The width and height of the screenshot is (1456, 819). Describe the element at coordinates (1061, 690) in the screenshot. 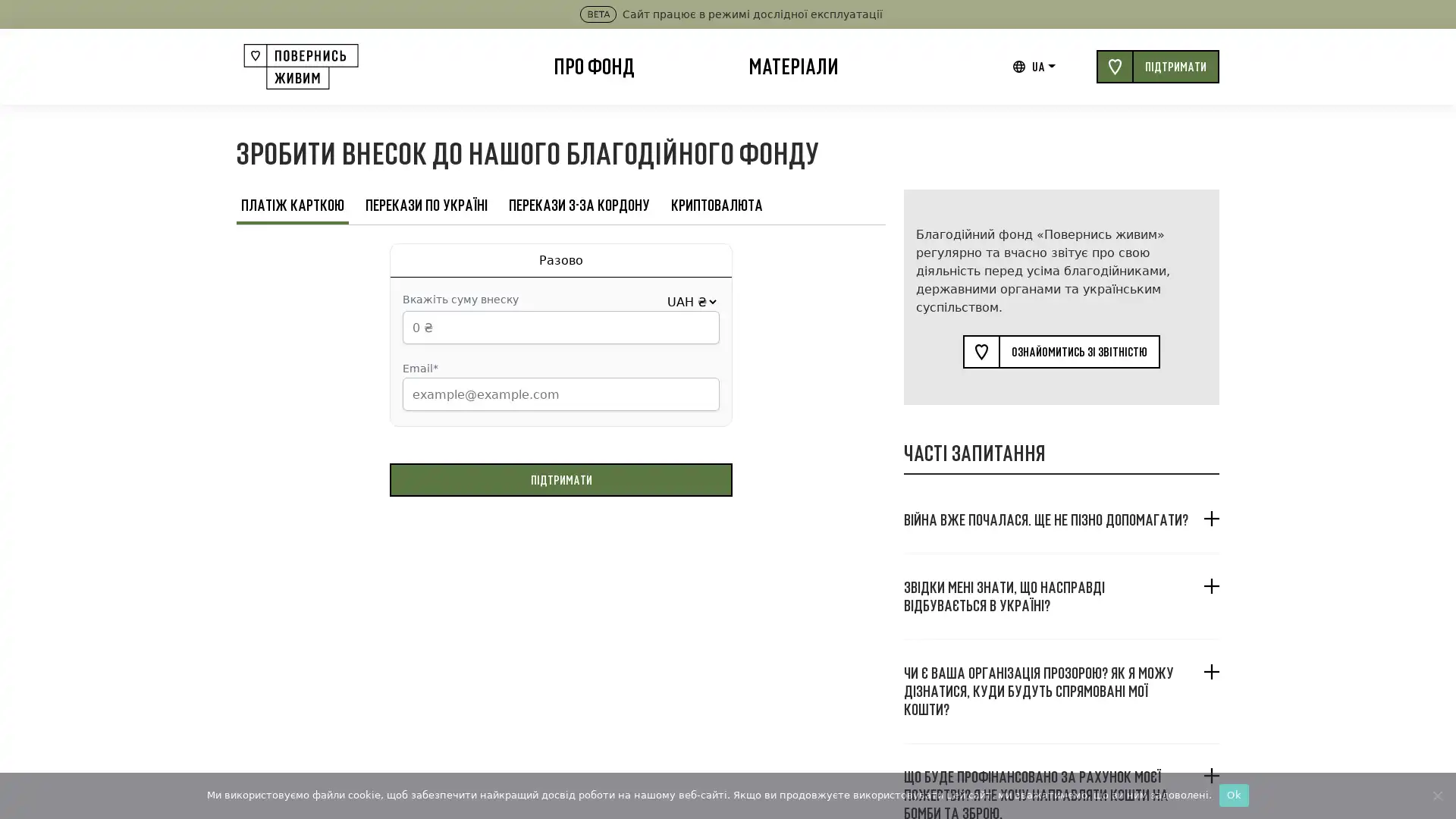

I see `?    ,     ?` at that location.